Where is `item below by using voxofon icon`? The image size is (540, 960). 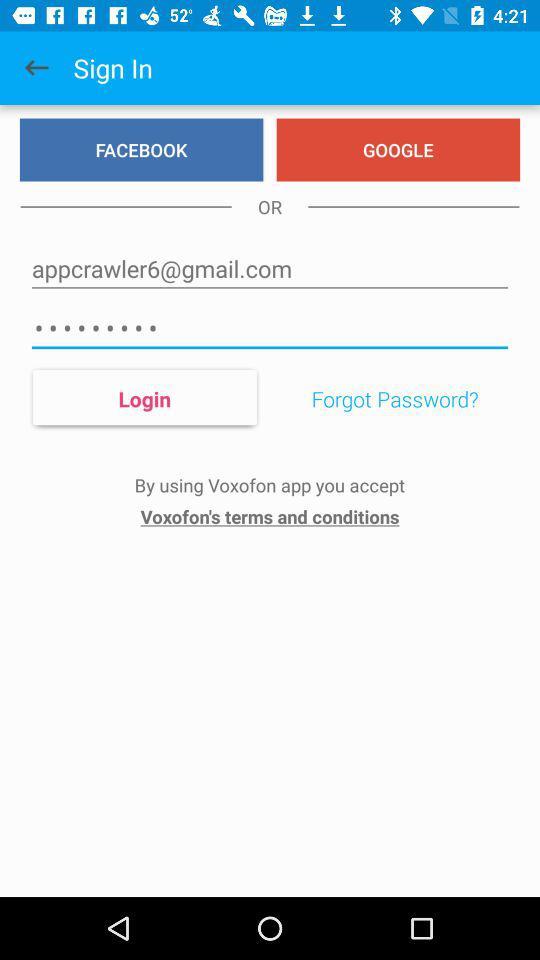 item below by using voxofon icon is located at coordinates (270, 515).